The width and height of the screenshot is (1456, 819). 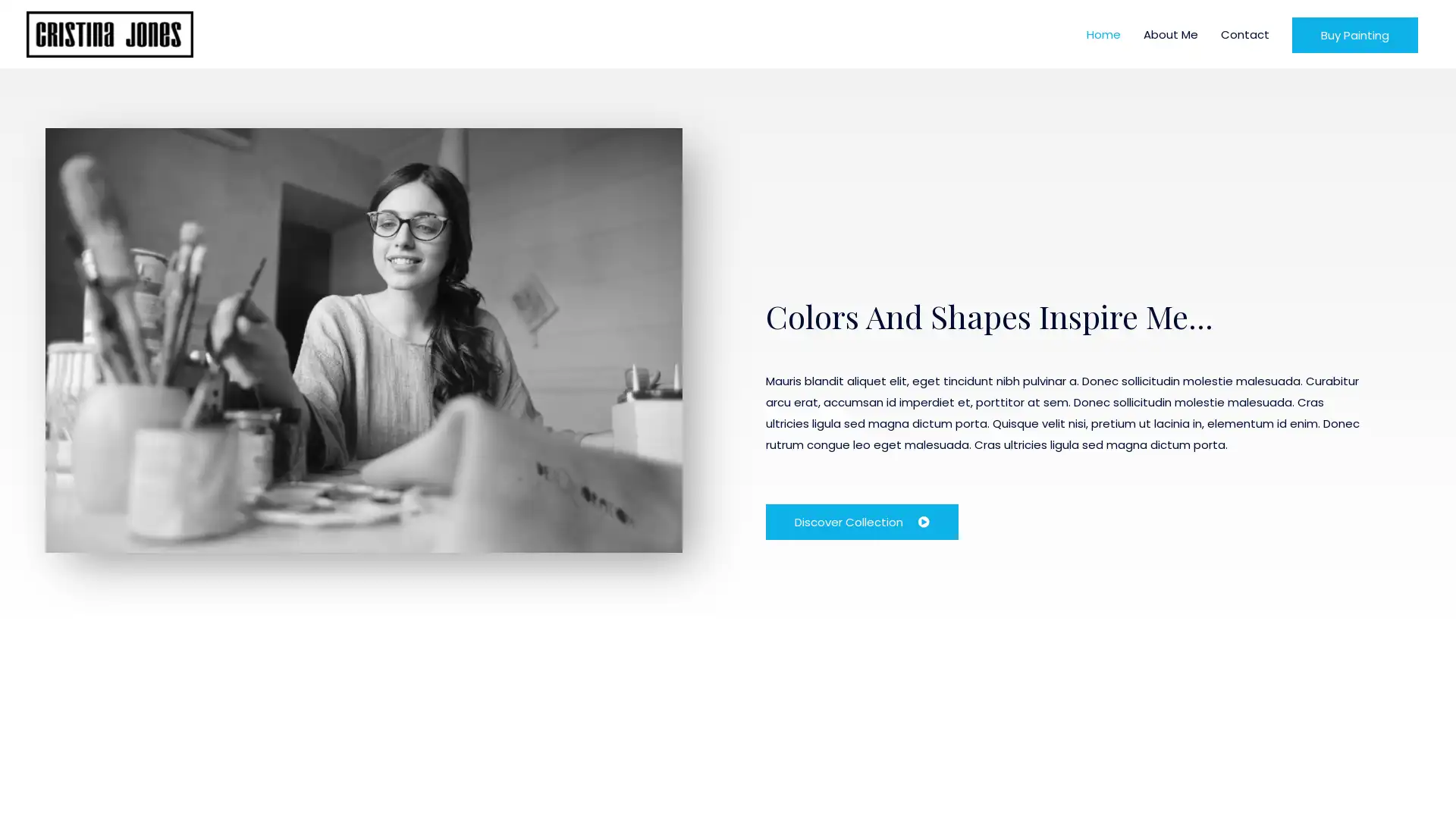 What do you see at coordinates (862, 520) in the screenshot?
I see `Discover Collection` at bounding box center [862, 520].